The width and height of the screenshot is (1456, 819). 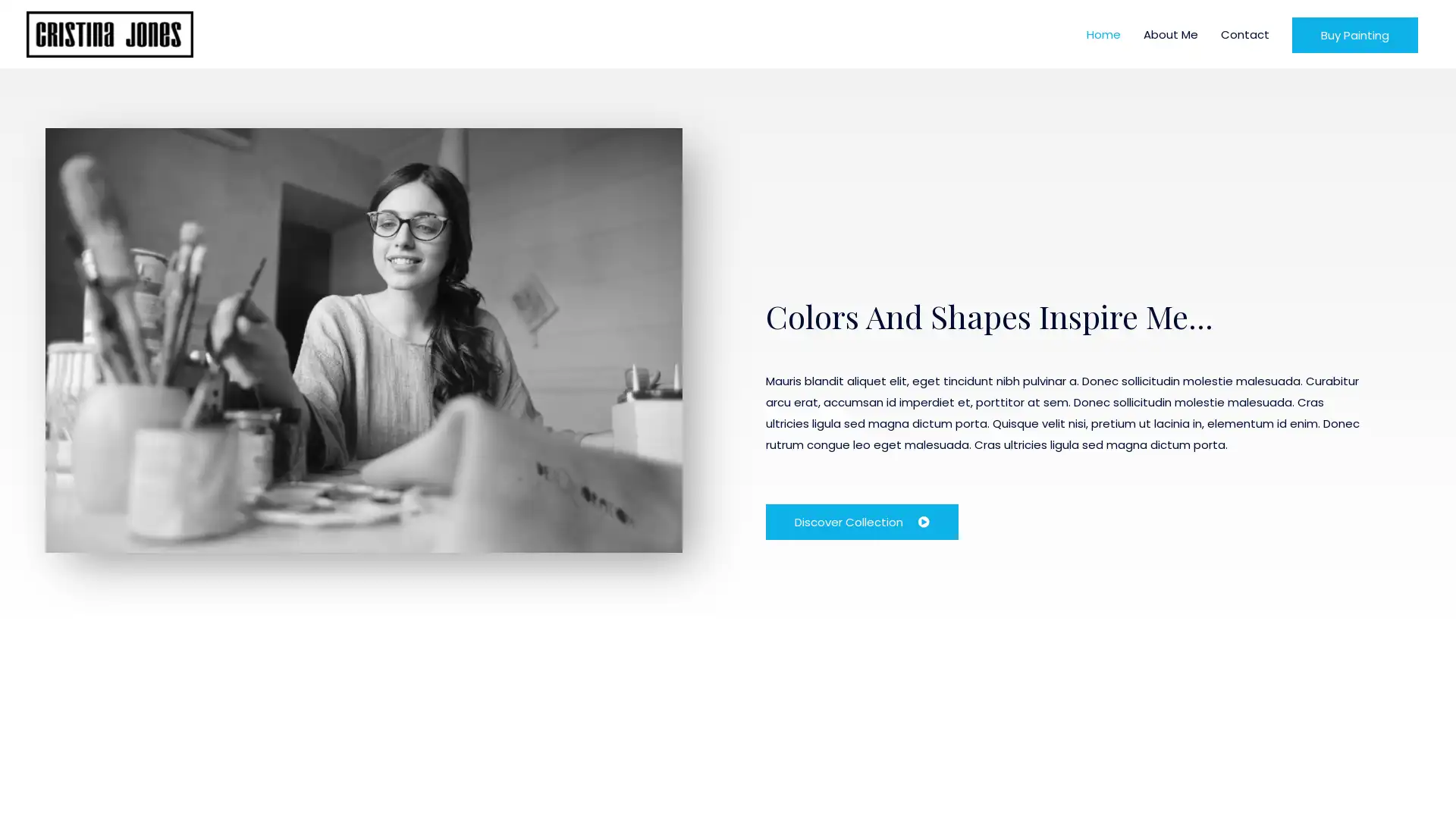 What do you see at coordinates (862, 520) in the screenshot?
I see `Discover Collection` at bounding box center [862, 520].